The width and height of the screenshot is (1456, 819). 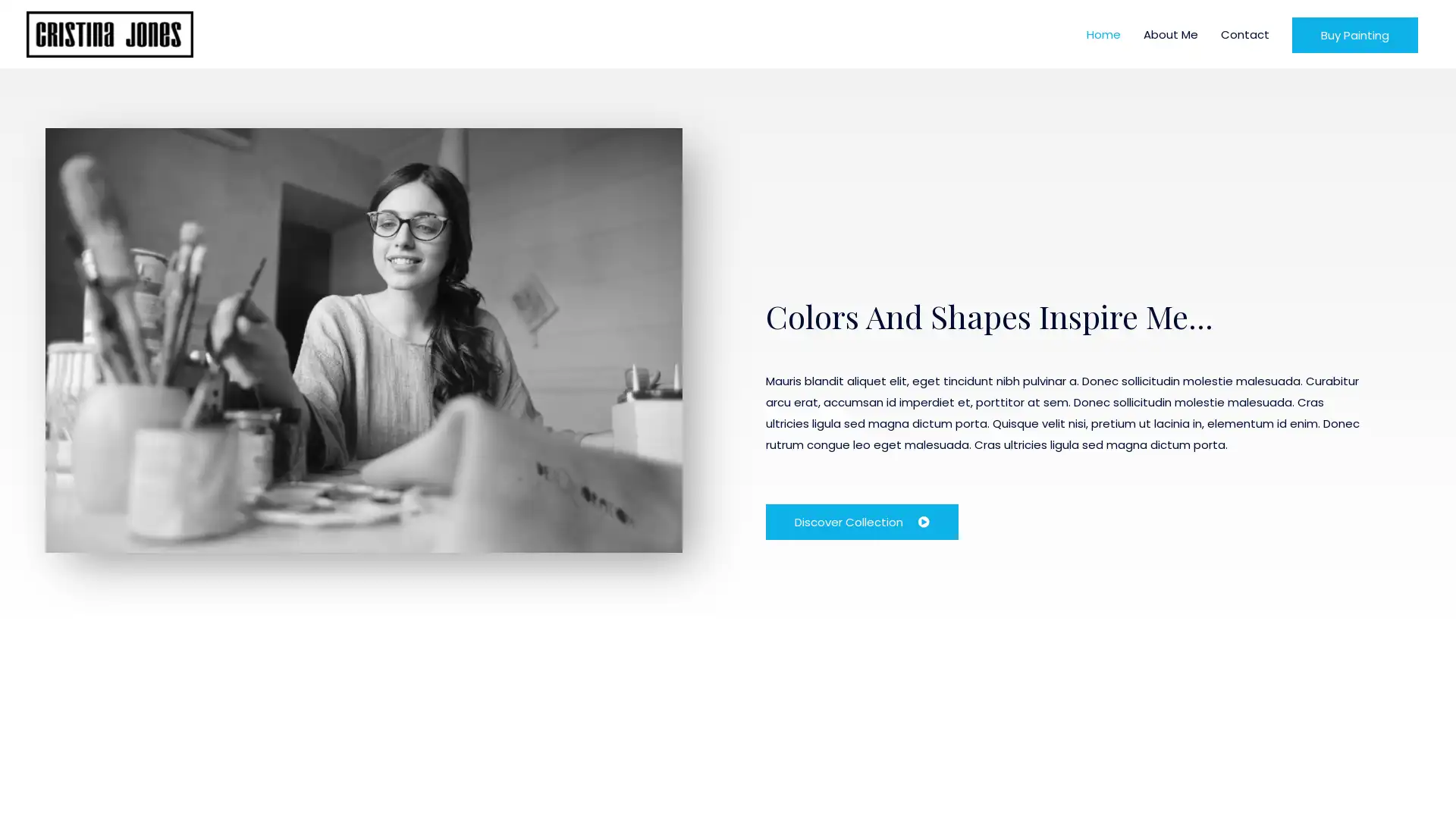 What do you see at coordinates (862, 520) in the screenshot?
I see `Discover Collection` at bounding box center [862, 520].